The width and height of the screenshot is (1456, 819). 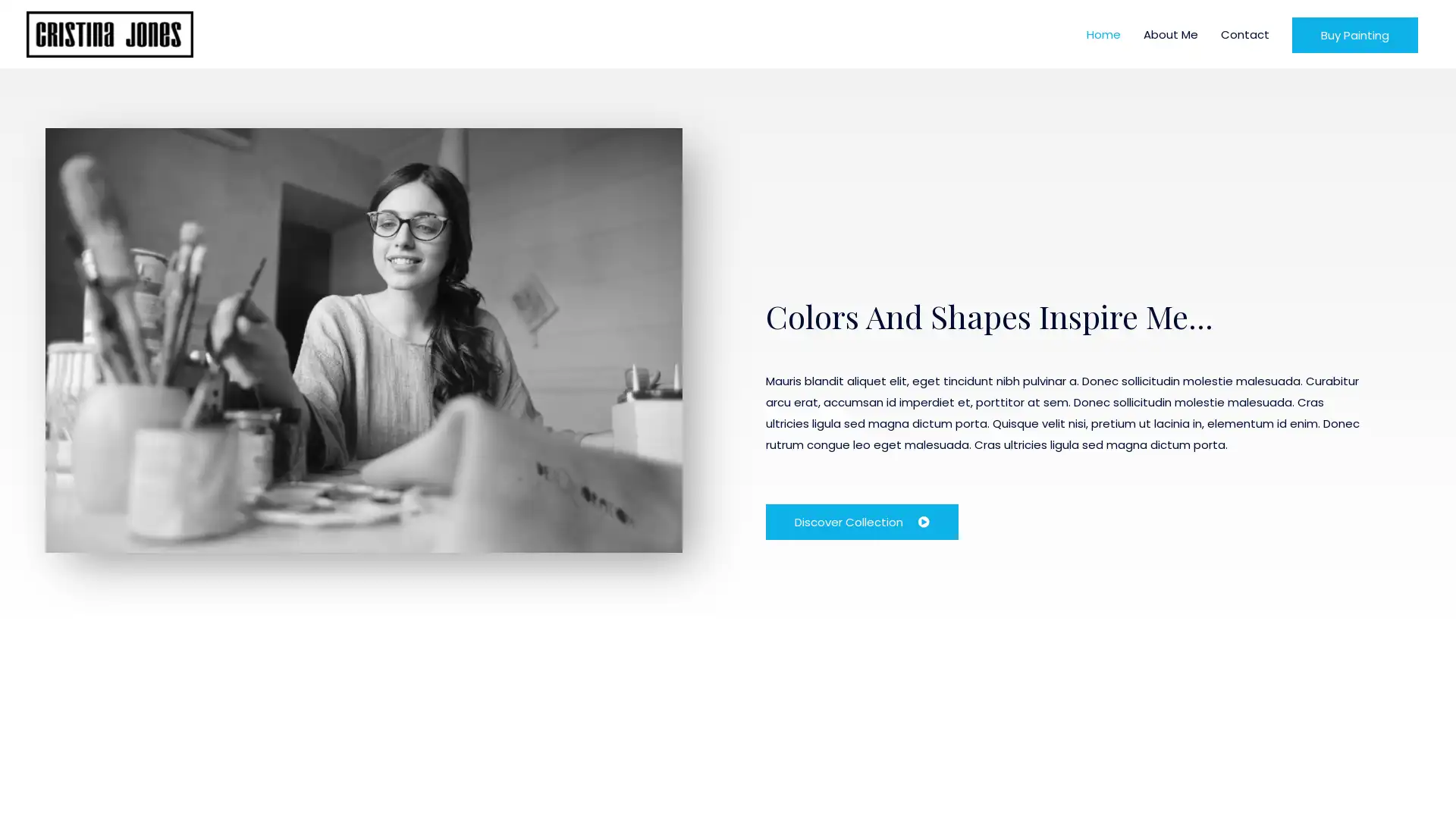 What do you see at coordinates (862, 520) in the screenshot?
I see `Discover Collection` at bounding box center [862, 520].